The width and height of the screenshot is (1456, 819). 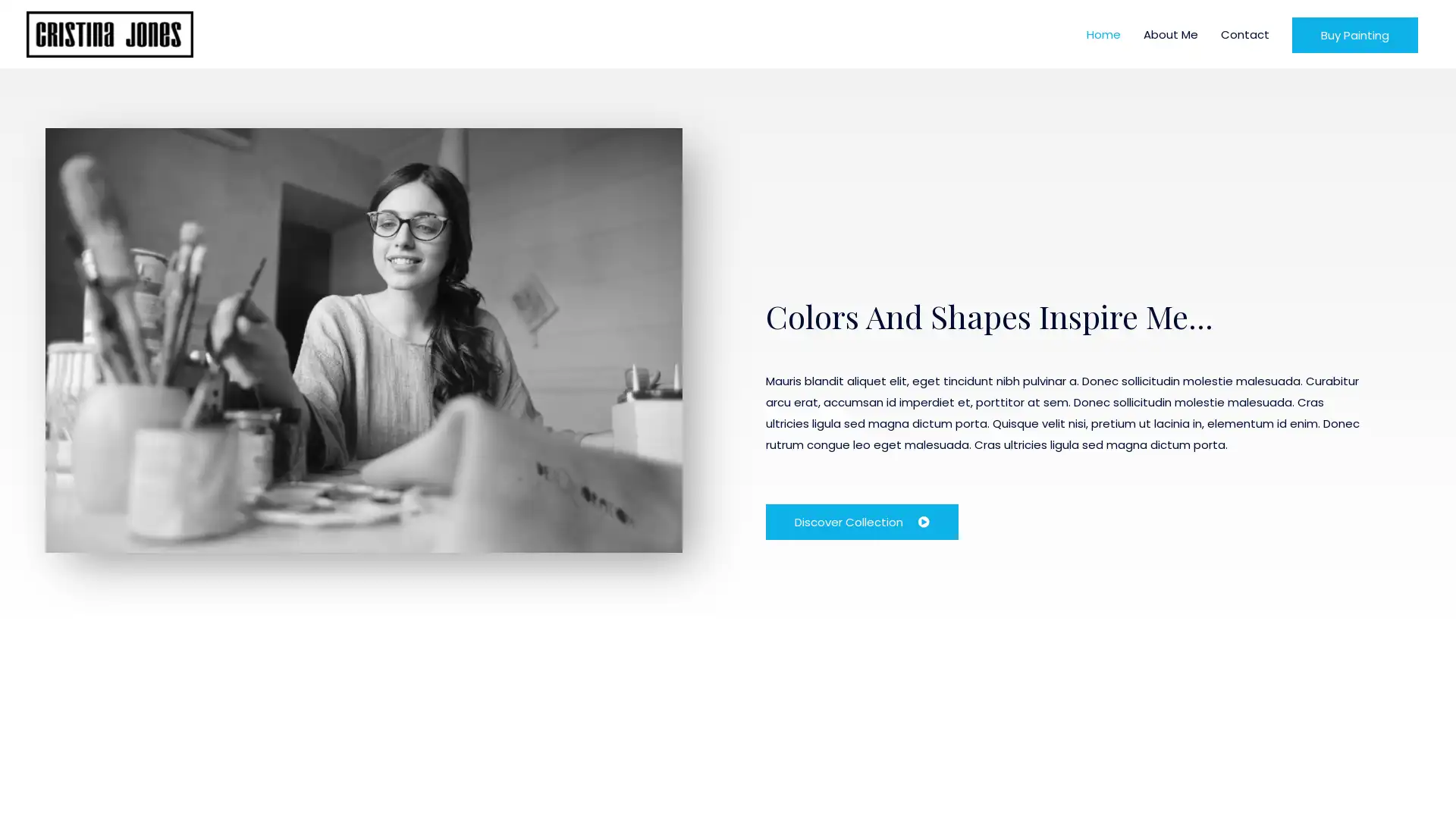 What do you see at coordinates (862, 520) in the screenshot?
I see `Discover Collection` at bounding box center [862, 520].